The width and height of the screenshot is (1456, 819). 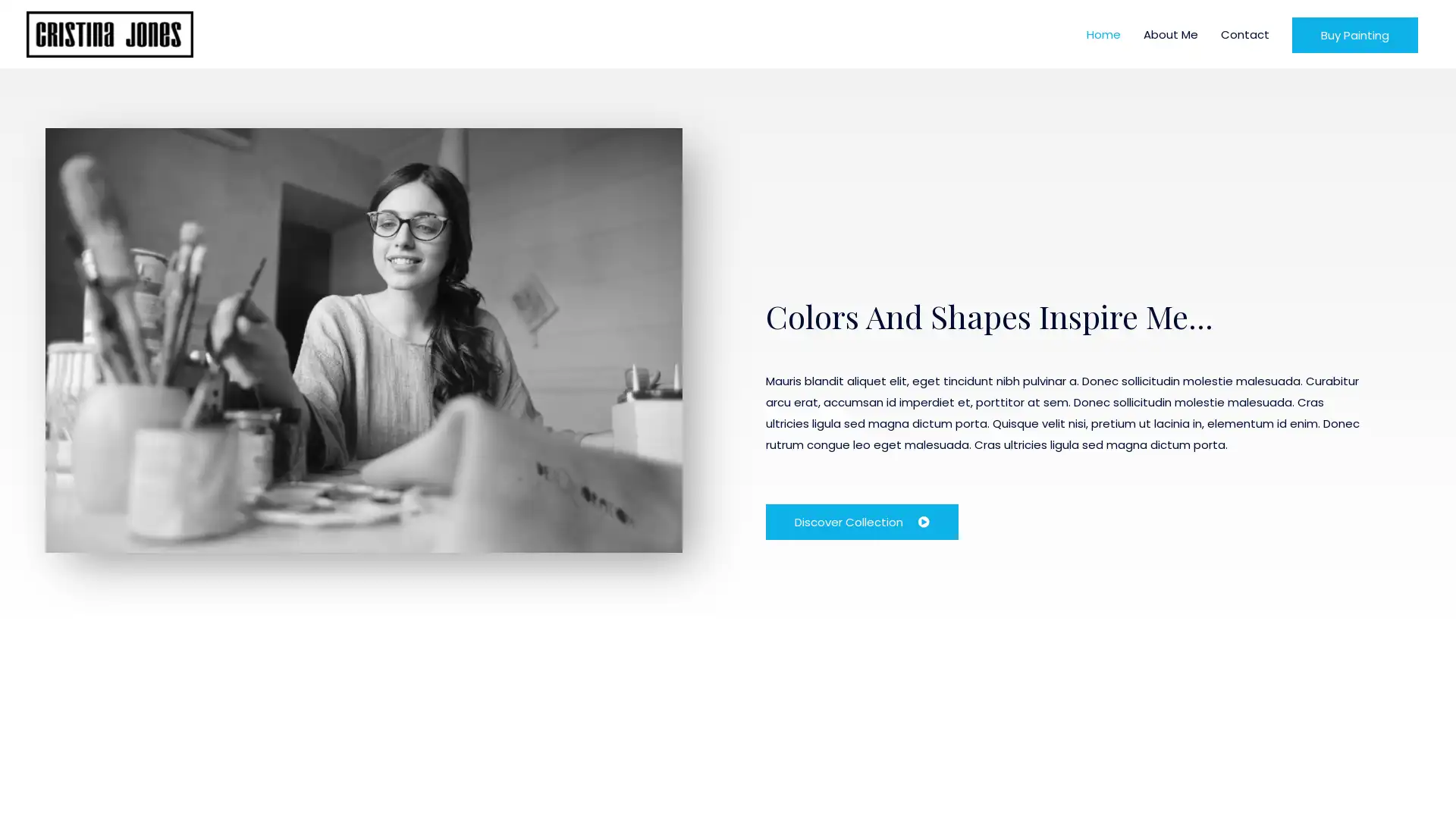 What do you see at coordinates (862, 520) in the screenshot?
I see `Discover Collection` at bounding box center [862, 520].